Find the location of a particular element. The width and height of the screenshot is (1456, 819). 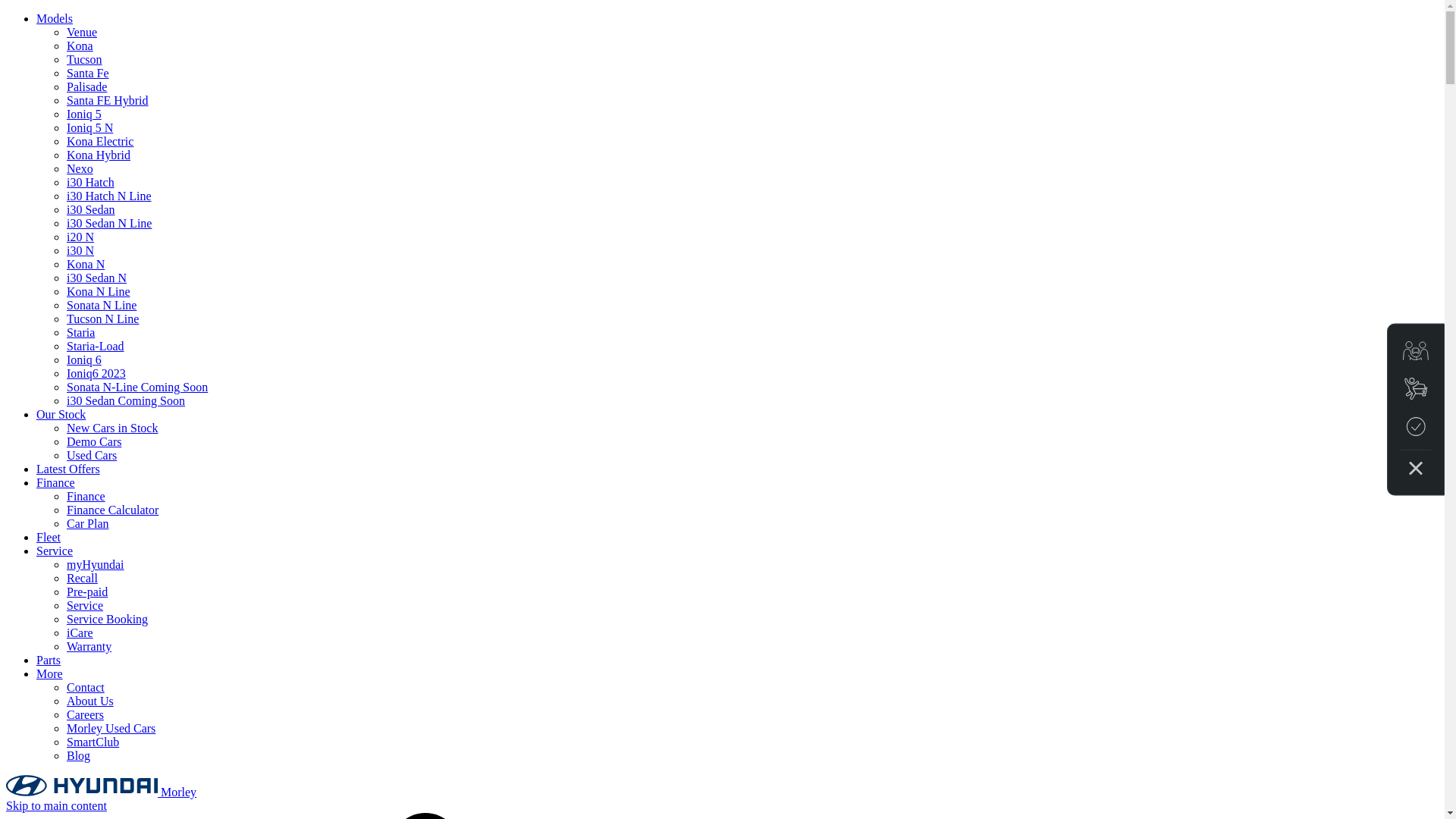

'Kona Hybrid' is located at coordinates (65, 155).